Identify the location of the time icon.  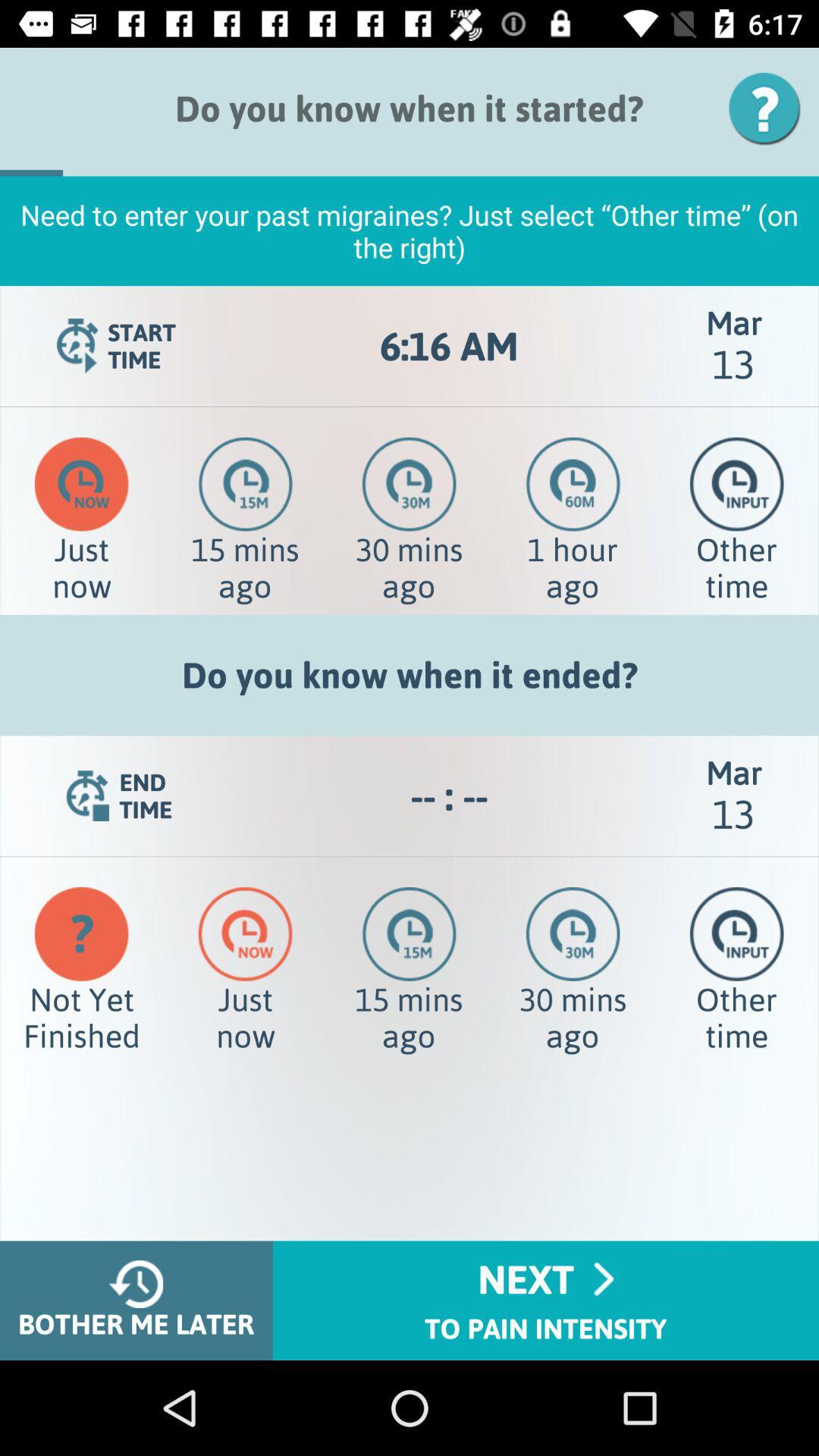
(245, 483).